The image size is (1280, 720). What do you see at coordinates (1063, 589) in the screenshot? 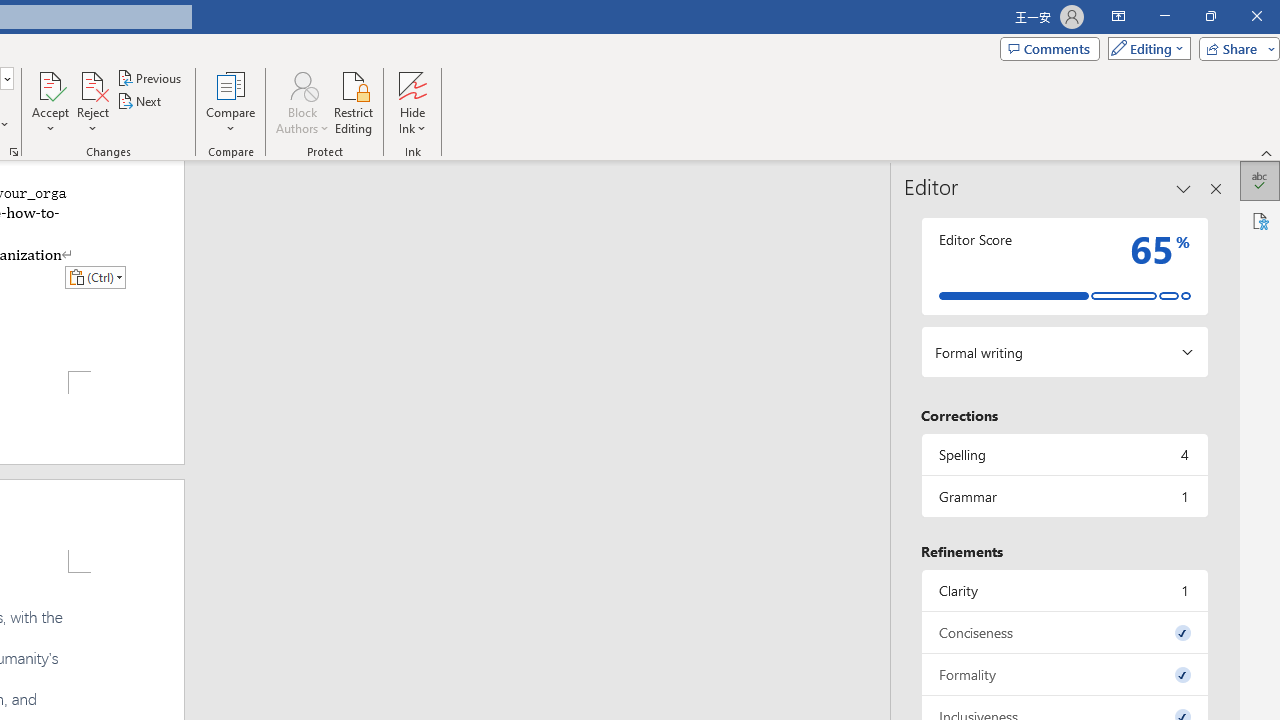
I see `'Clarity, 1 issue. Press space or enter to review items.'` at bounding box center [1063, 589].